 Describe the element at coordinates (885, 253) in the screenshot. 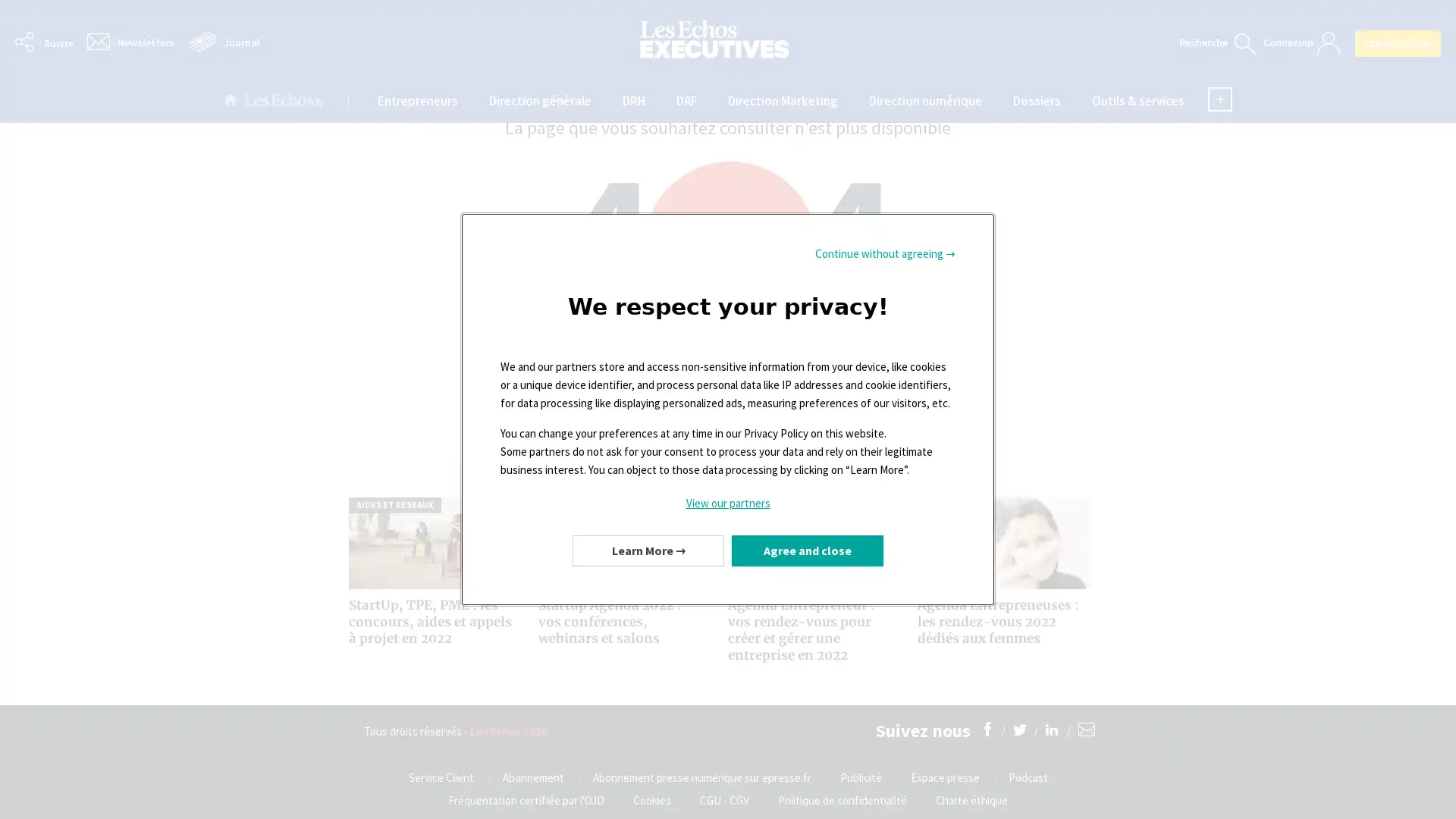

I see `Continue without agreeing` at that location.